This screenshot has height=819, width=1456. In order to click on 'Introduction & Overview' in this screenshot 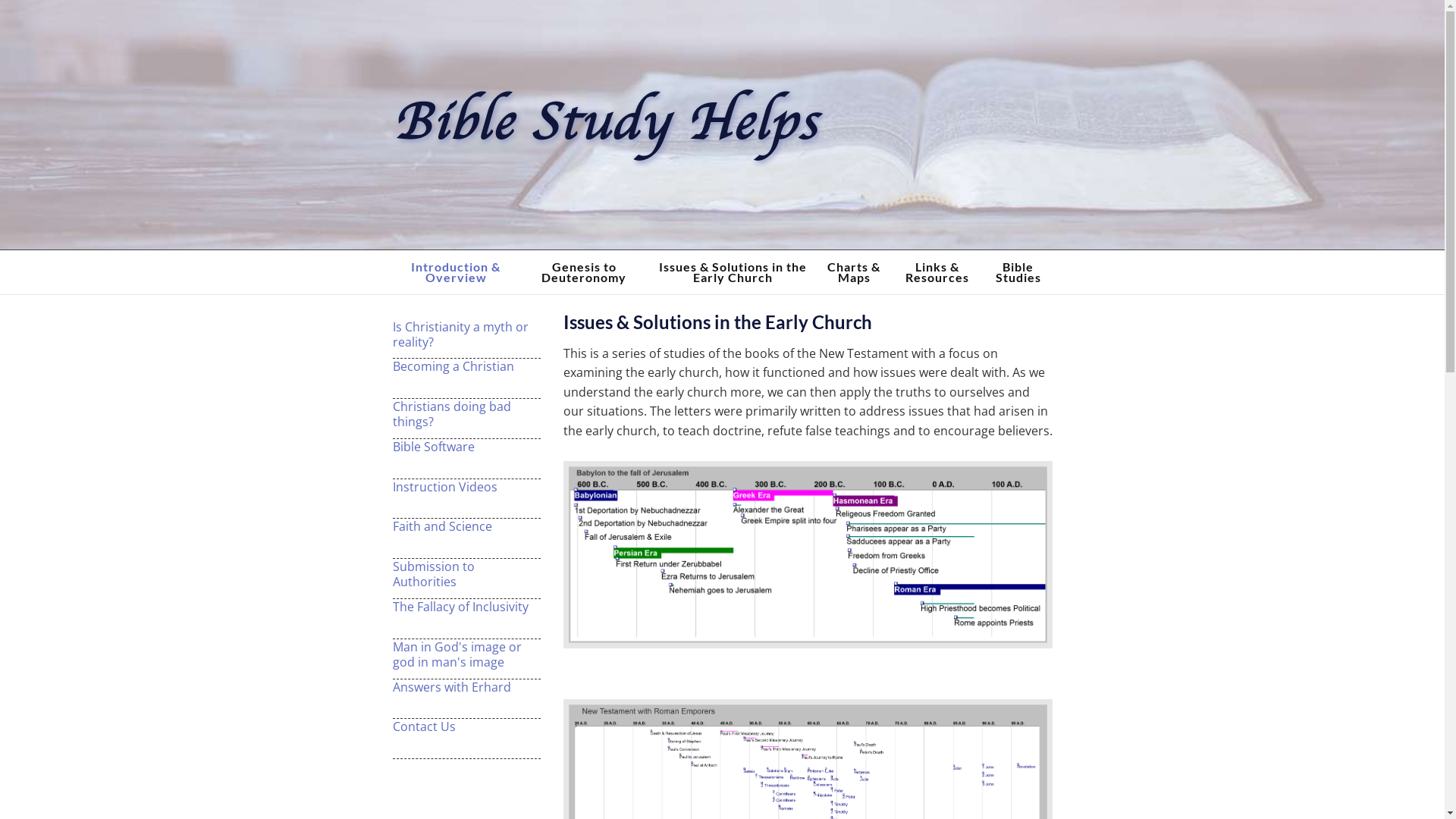, I will do `click(393, 271)`.